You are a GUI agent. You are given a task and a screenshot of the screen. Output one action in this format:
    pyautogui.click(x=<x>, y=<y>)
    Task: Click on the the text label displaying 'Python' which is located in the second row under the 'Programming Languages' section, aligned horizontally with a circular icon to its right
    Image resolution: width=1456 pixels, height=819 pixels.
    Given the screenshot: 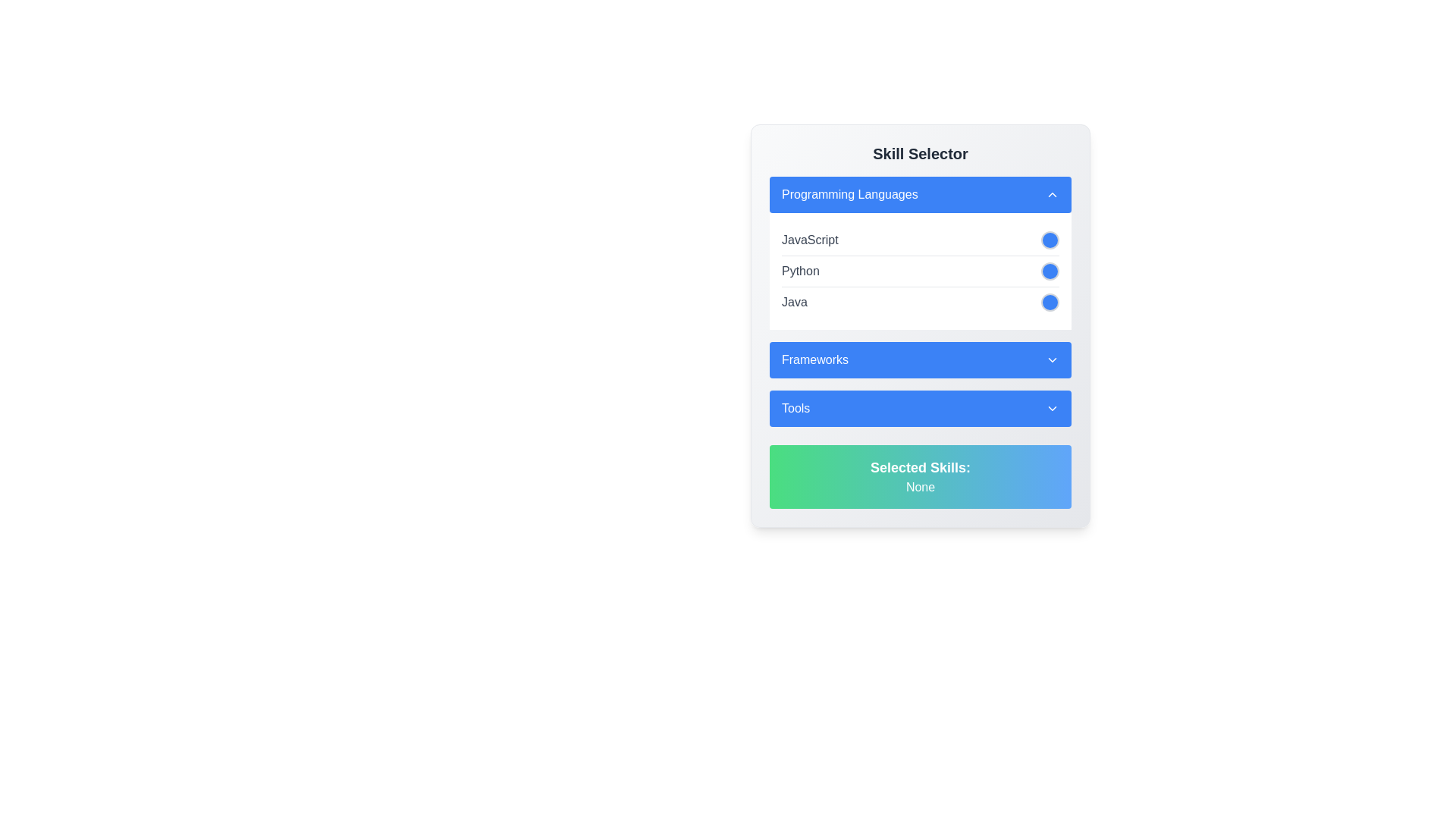 What is the action you would take?
    pyautogui.click(x=800, y=271)
    